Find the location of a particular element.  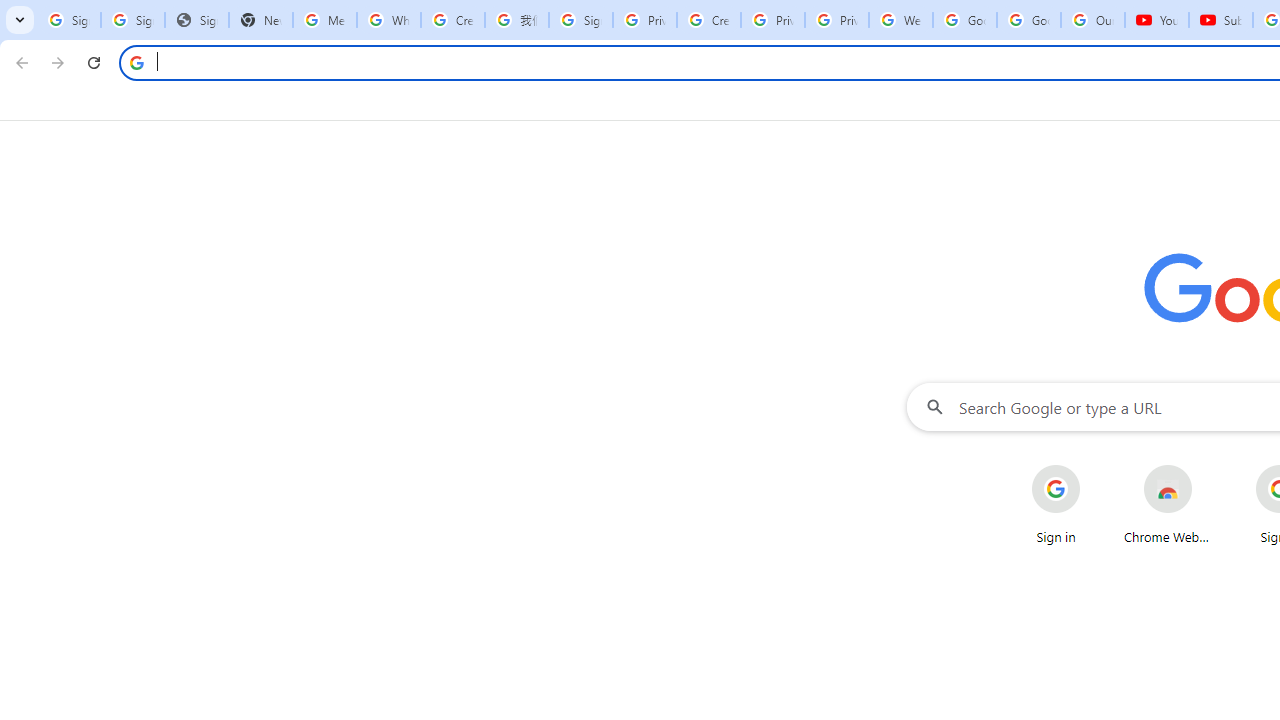

'Sign in - Google Accounts' is located at coordinates (580, 20).